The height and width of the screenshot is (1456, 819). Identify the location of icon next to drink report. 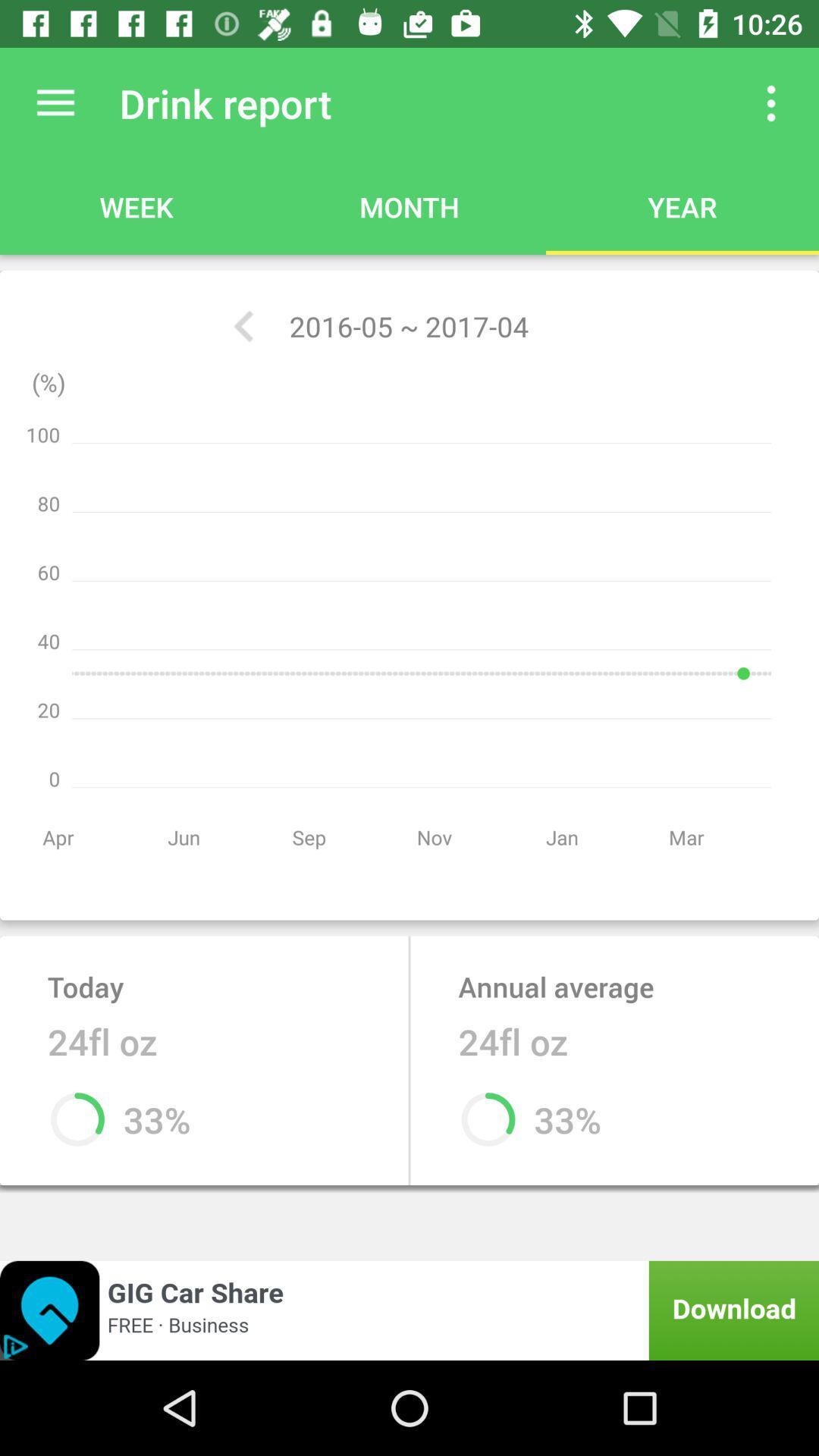
(771, 102).